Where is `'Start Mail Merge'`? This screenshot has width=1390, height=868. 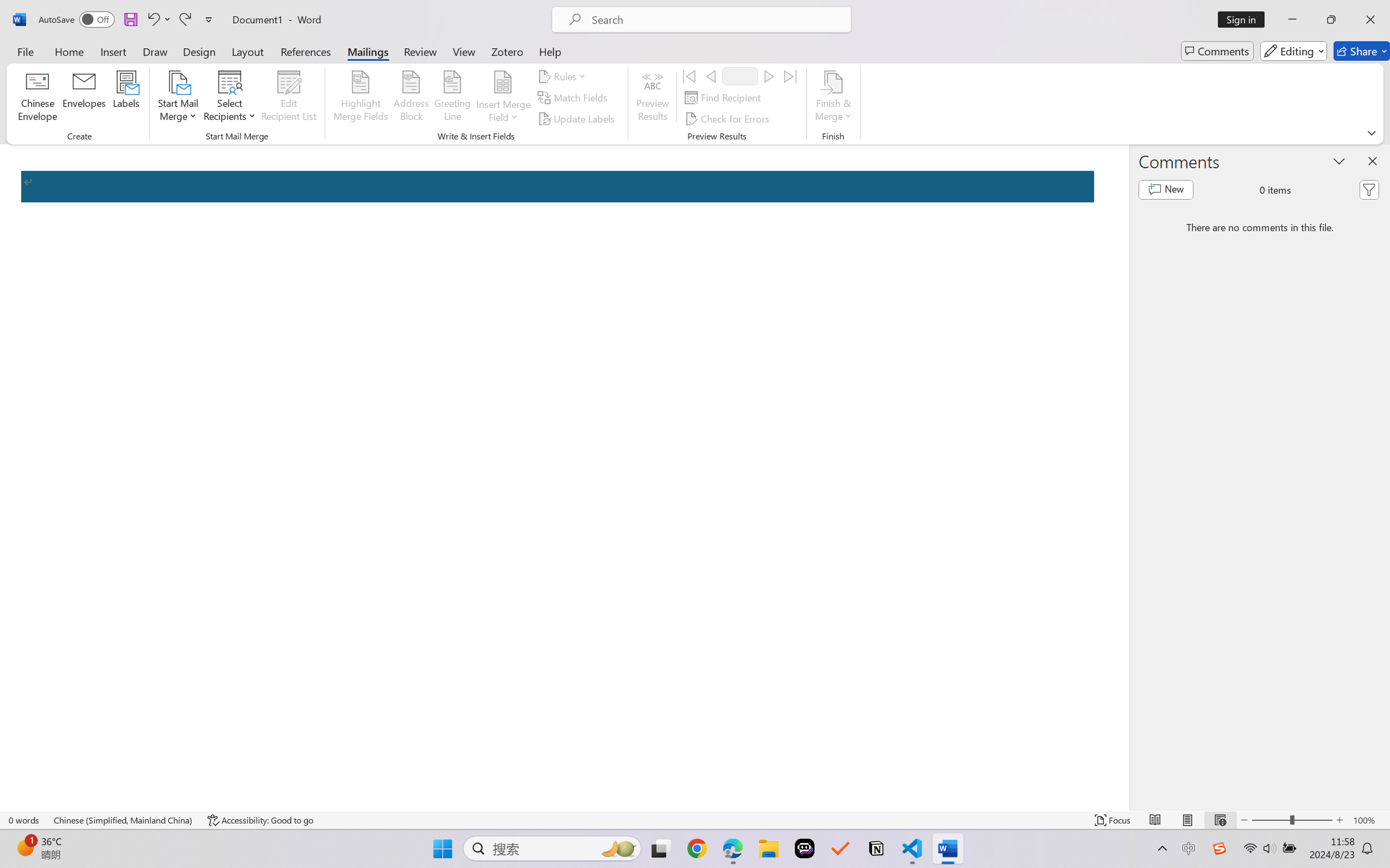
'Start Mail Merge' is located at coordinates (177, 98).